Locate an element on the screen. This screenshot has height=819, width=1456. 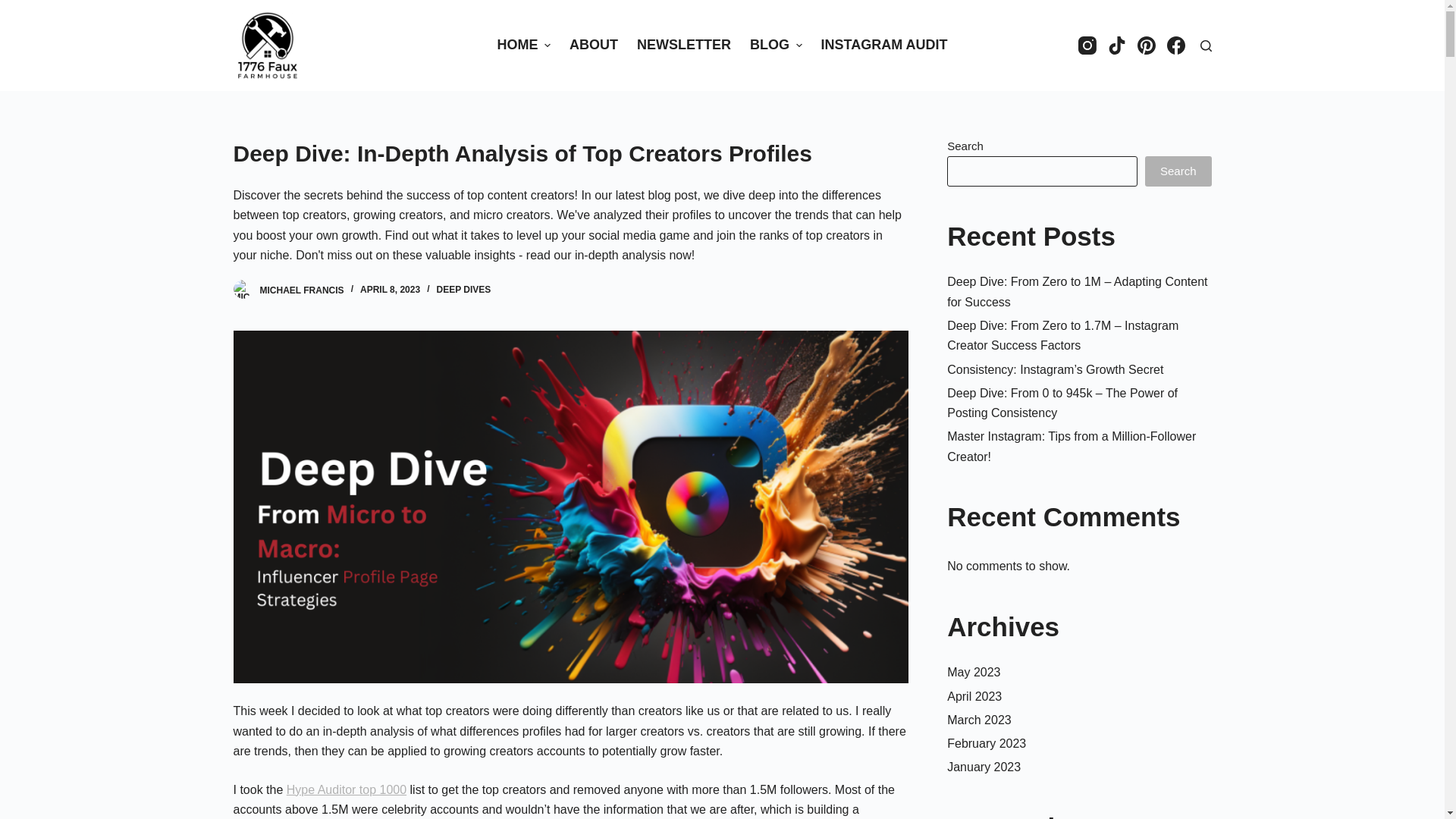
'Master Instagram: Tips from a Million-Follower Creator!' is located at coordinates (1070, 445).